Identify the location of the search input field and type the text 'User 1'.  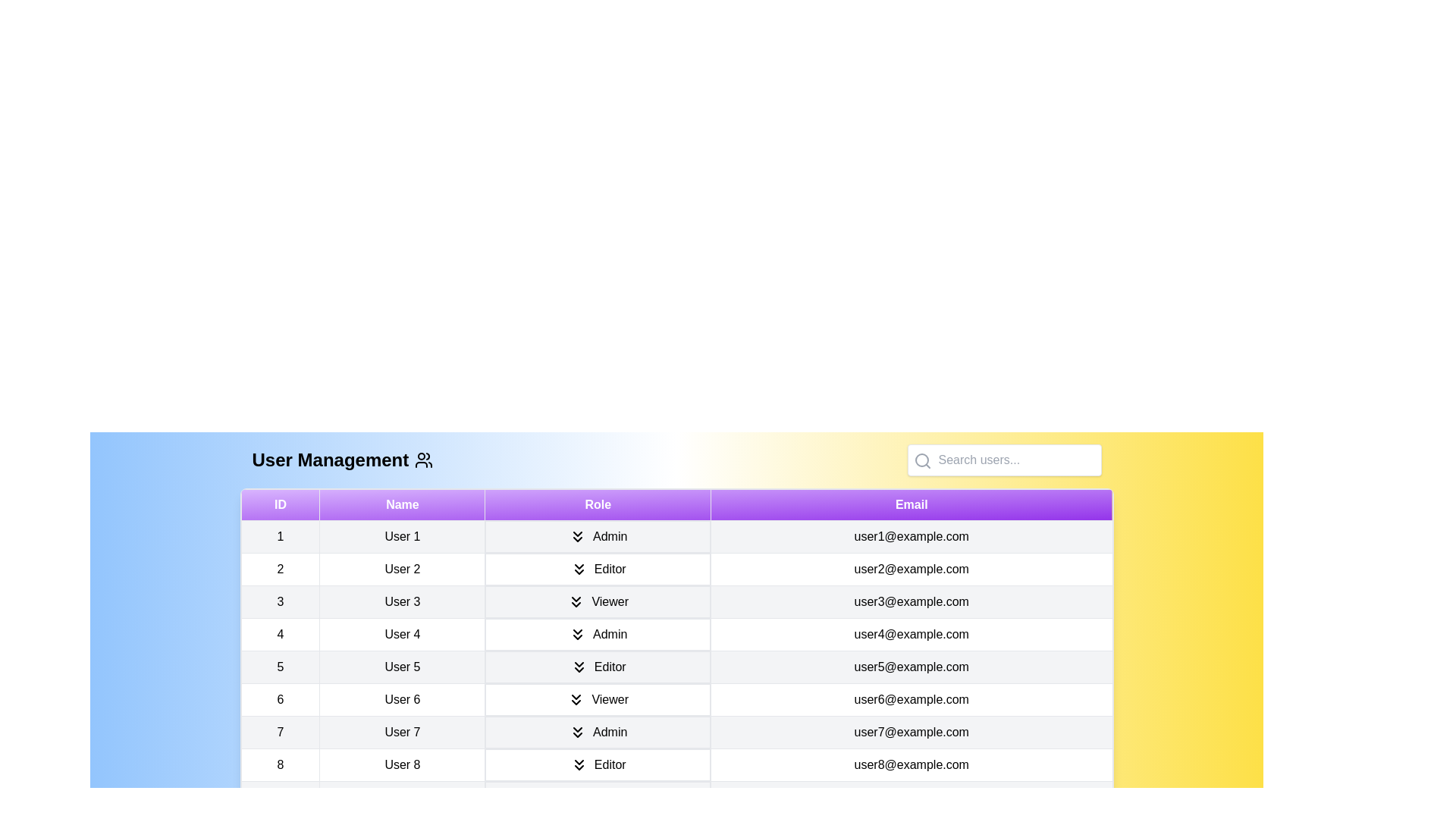
(1004, 459).